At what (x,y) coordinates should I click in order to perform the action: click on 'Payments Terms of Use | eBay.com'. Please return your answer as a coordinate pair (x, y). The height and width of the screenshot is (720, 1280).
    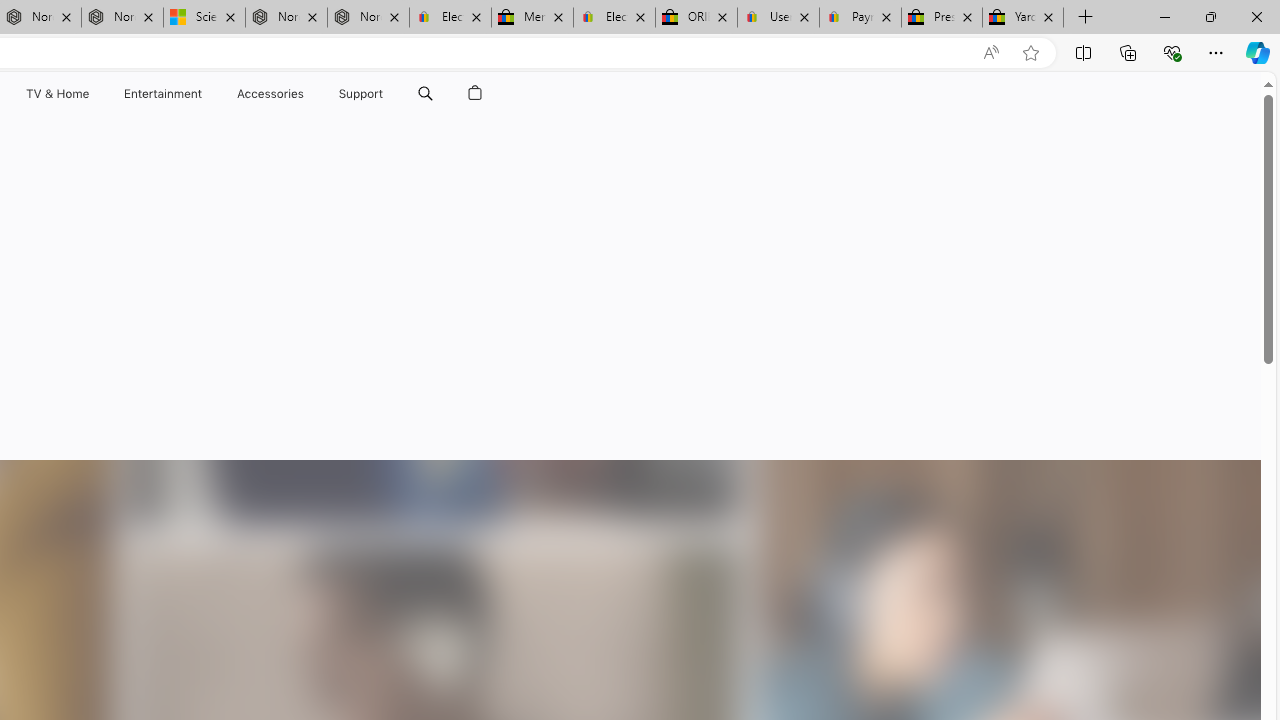
    Looking at the image, I should click on (860, 17).